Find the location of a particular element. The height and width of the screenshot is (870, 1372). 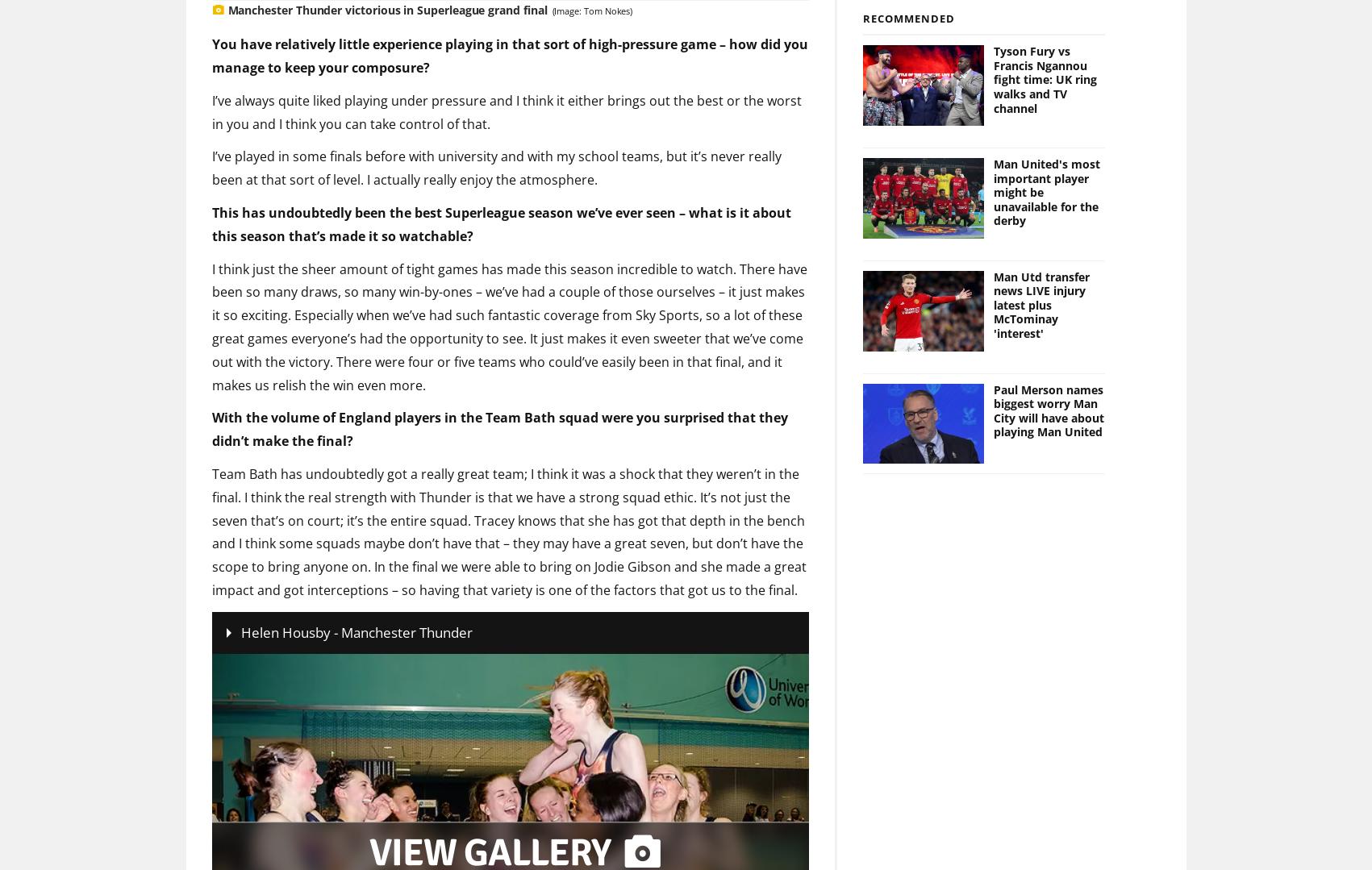

'I think just the sheer amount of tight games has made this season incredible to watch. There have been so many draws, so many win-by-ones – we’ve had a couple of those ourselves – it just makes it so exciting. Especially when we’ve had such fantastic coverage from Sky Sports, so a lot of these great games everyone’s had the opportunity to see. It just makes it even sweeter that we’ve come out with the victory. There were four or five teams who could’ve easily been in that final, and it makes us relish the win even more.' is located at coordinates (508, 300).